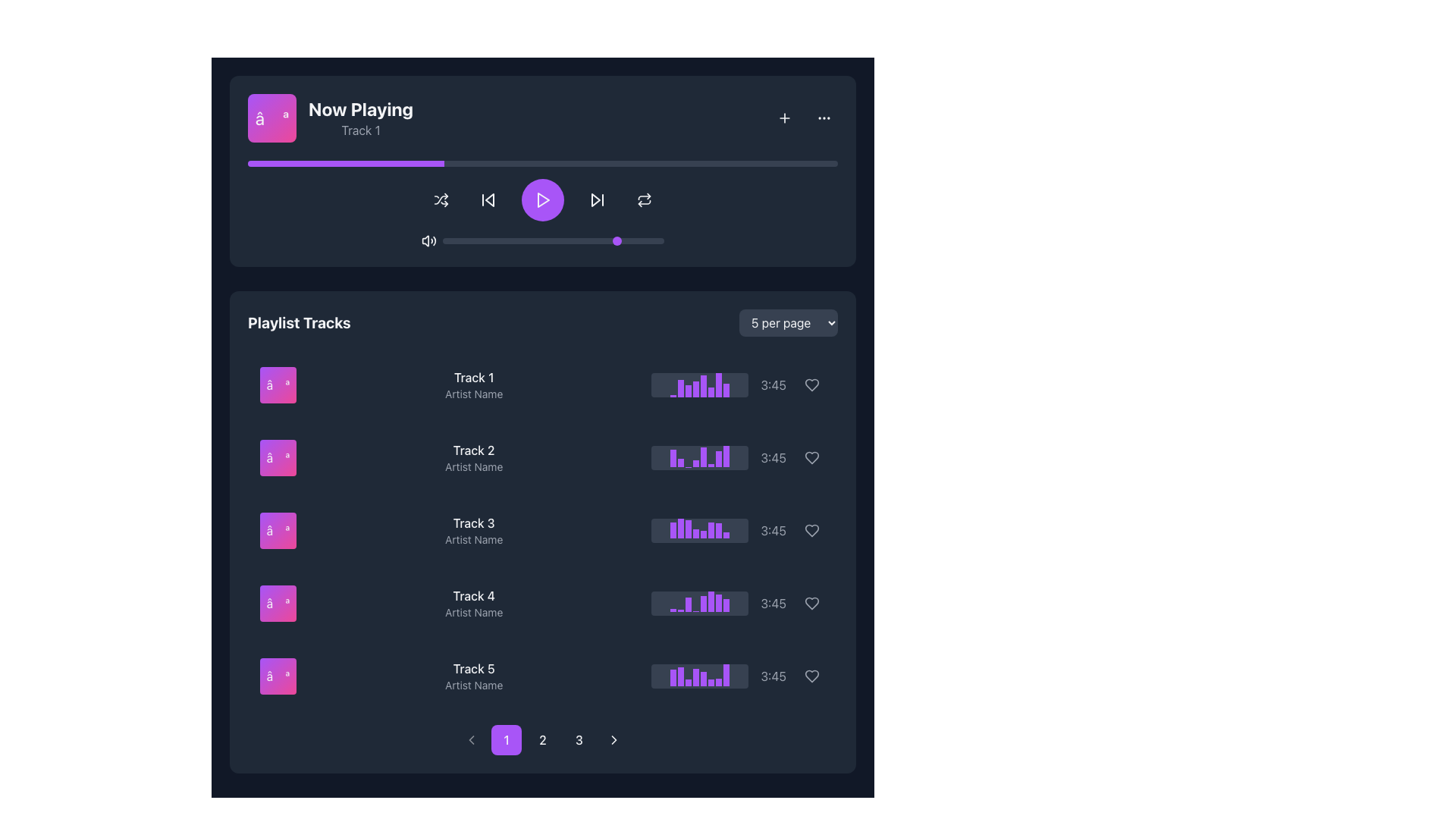 This screenshot has height=819, width=1456. I want to click on the last (8th) purple bar in the 'Track 3' row of the 'Playlist Tracks' section, which represents a data point in a graphical visualization, so click(726, 534).